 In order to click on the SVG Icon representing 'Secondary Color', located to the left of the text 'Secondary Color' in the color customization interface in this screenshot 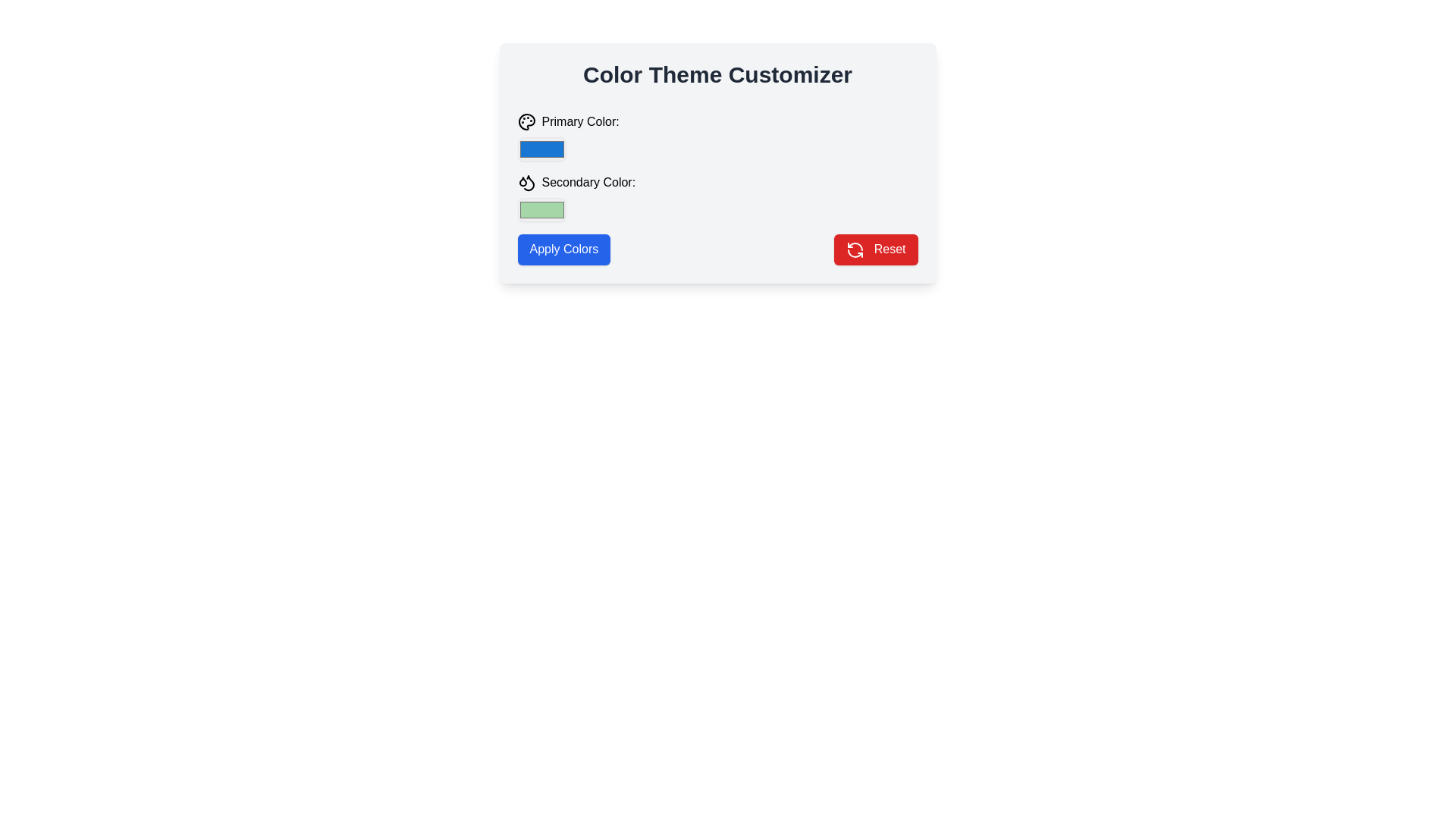, I will do `click(526, 181)`.